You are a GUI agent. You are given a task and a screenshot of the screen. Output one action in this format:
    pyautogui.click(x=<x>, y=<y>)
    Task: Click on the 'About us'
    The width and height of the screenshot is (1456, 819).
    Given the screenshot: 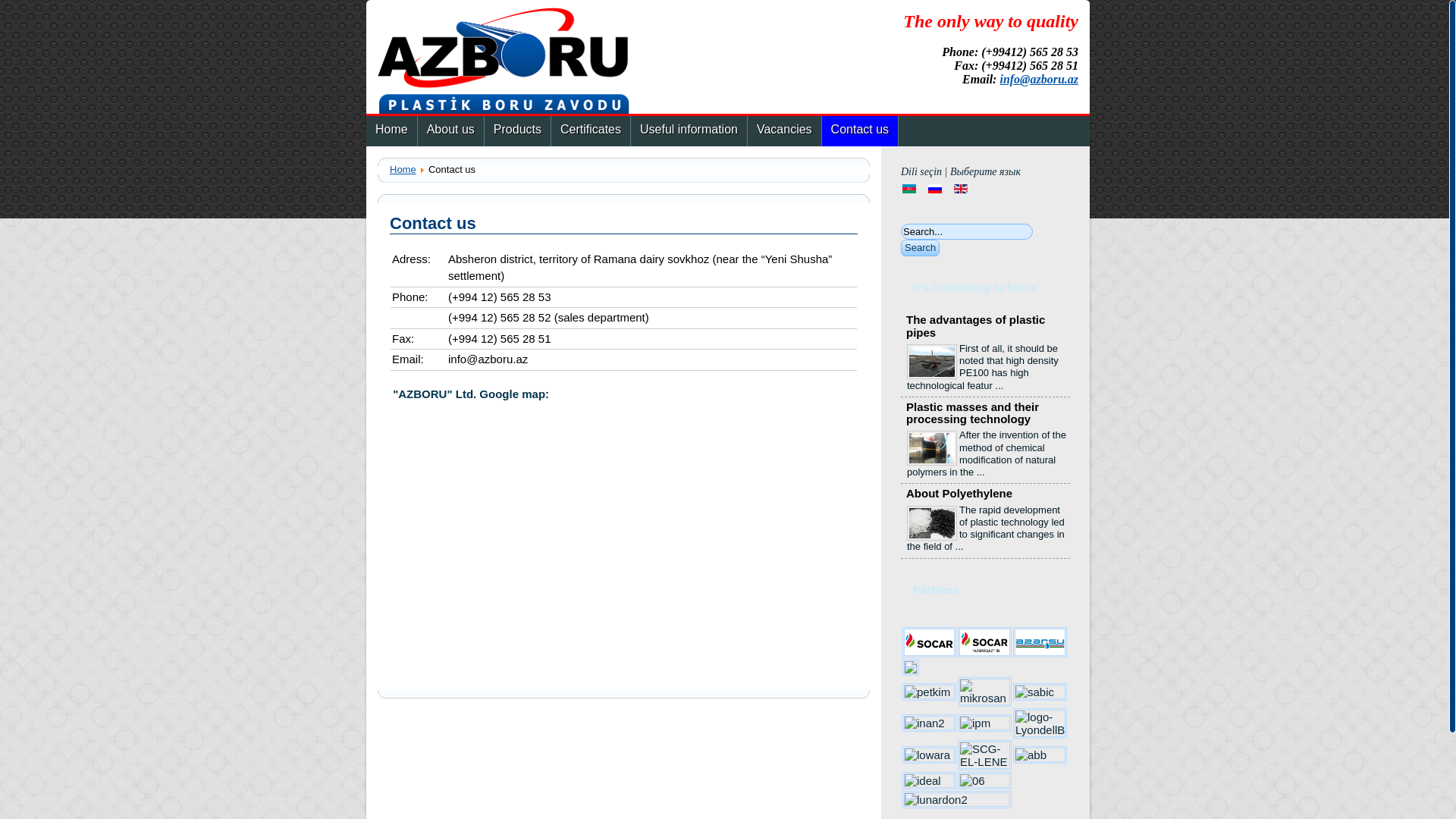 What is the action you would take?
    pyautogui.click(x=418, y=130)
    